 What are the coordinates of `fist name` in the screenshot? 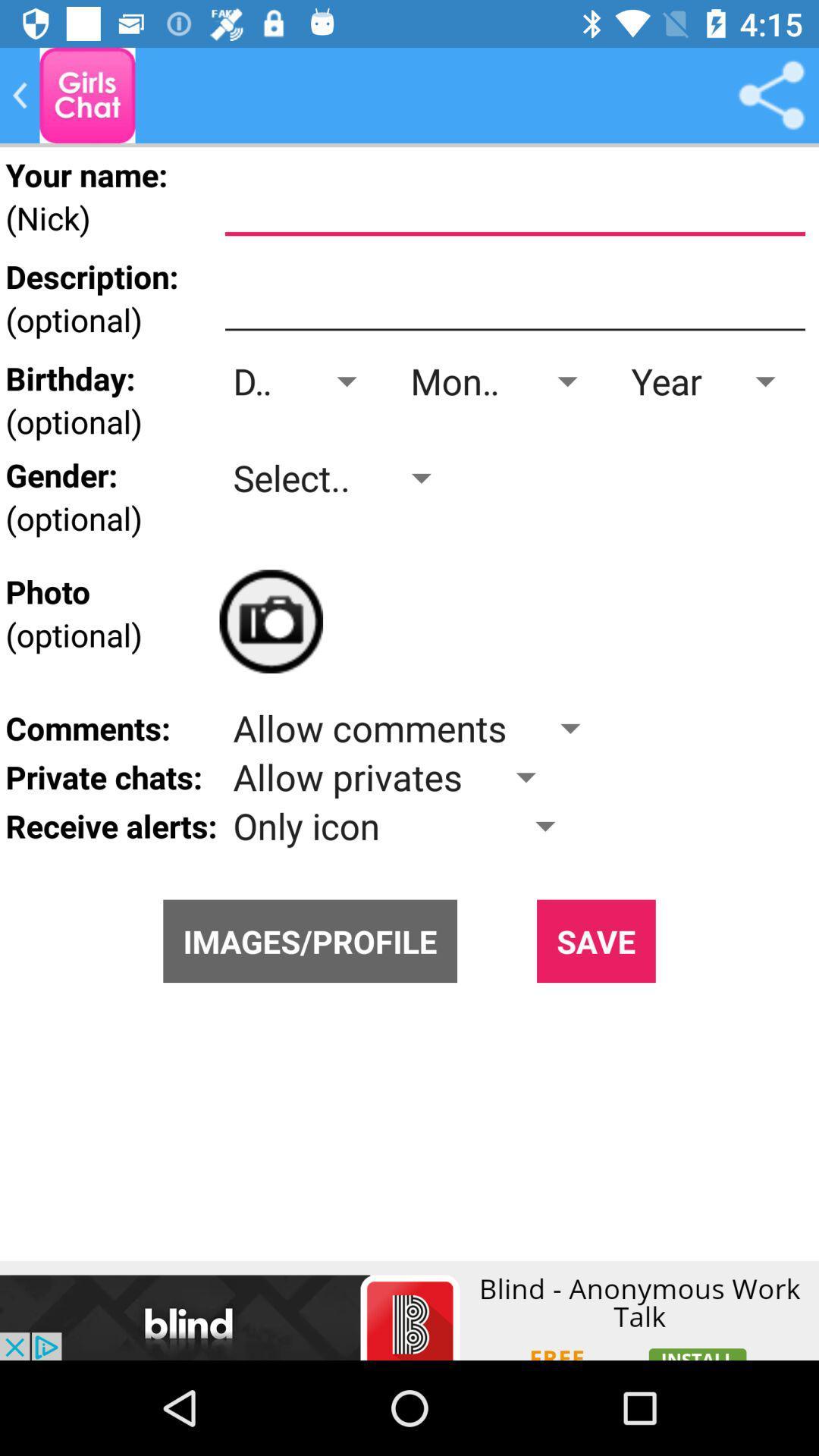 It's located at (514, 200).